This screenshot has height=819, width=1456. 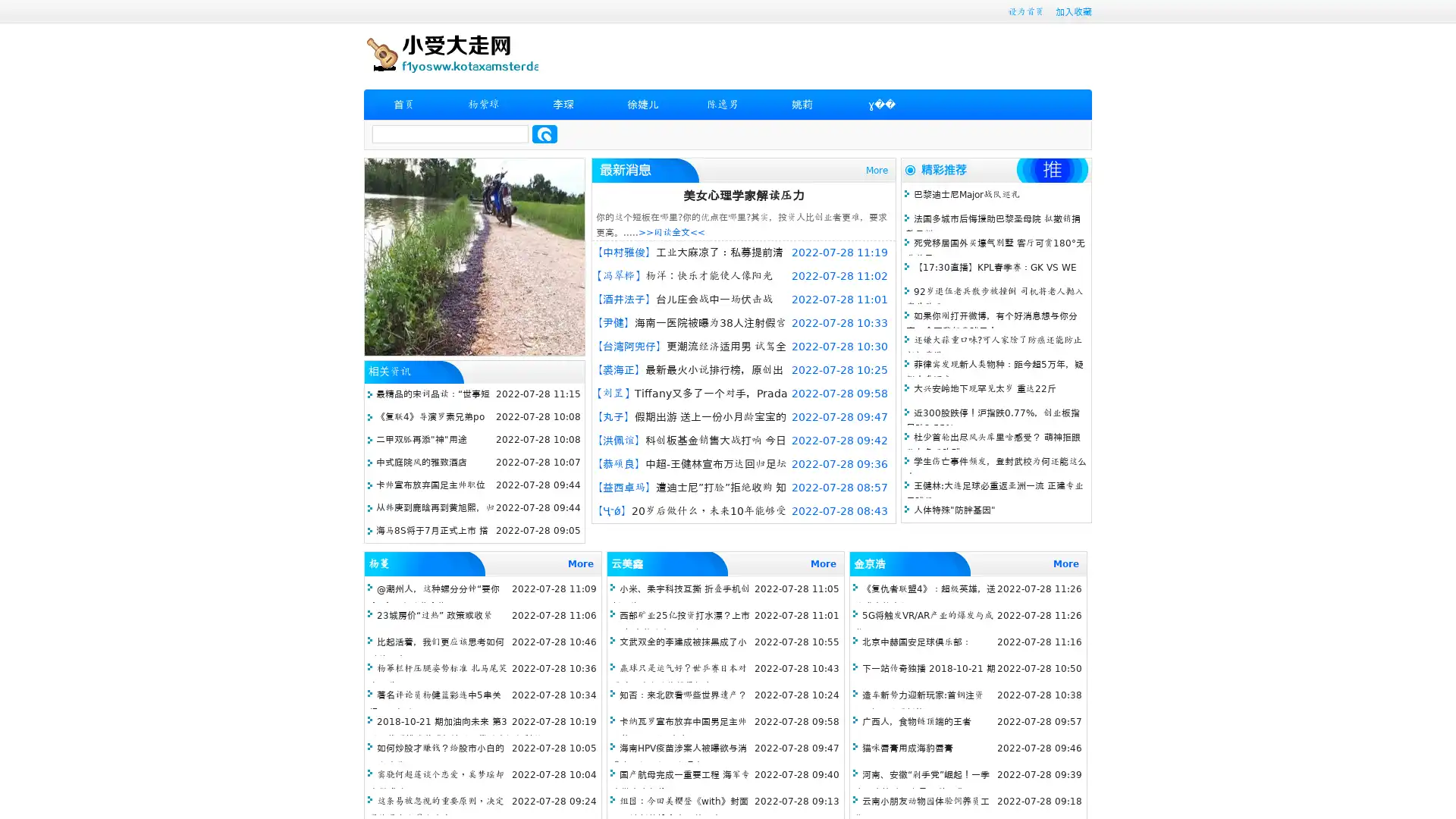 I want to click on Search, so click(x=544, y=133).